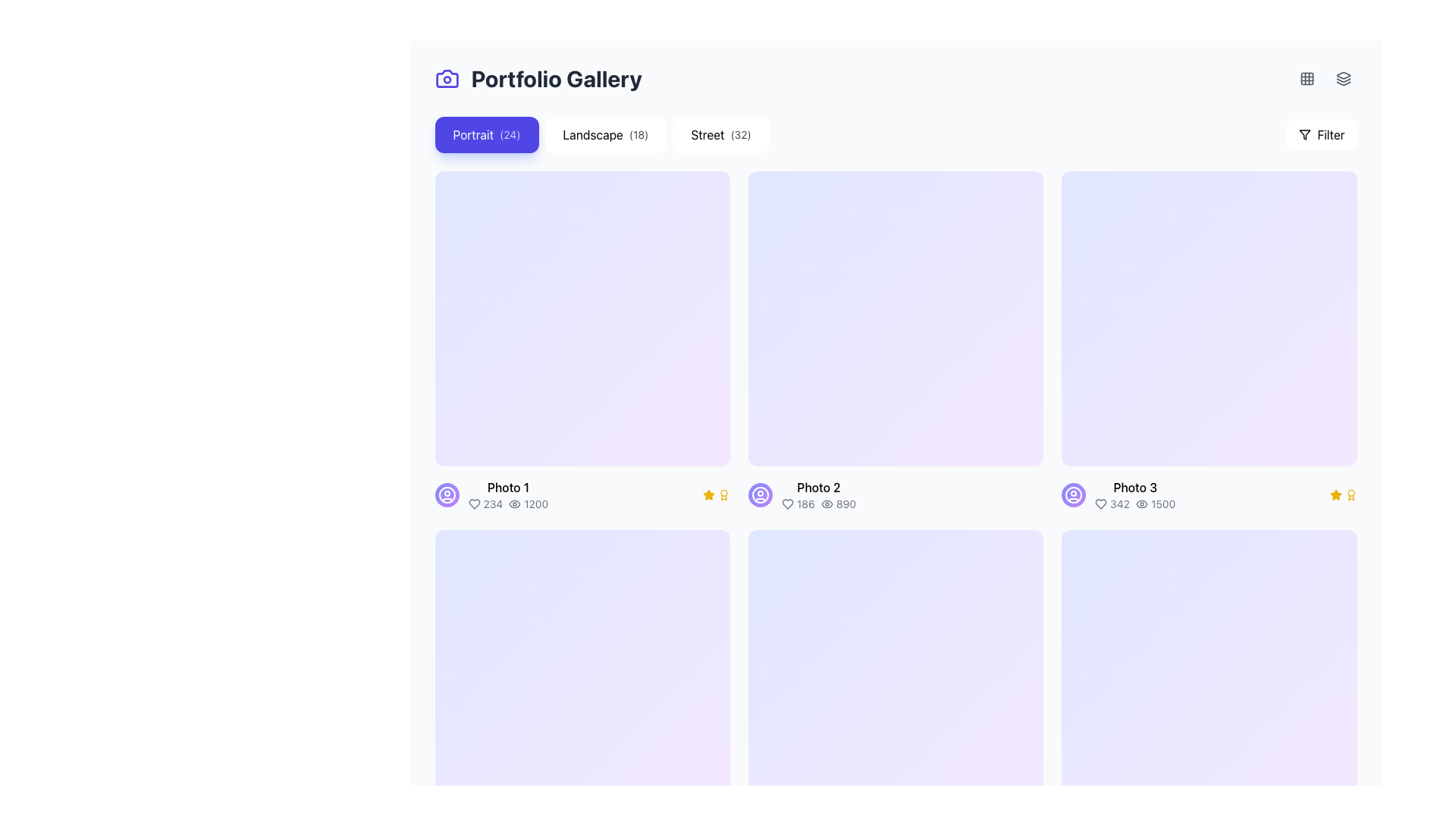 This screenshot has width=1456, height=819. I want to click on the 'Portfolio Gallery' header that includes a purple camera icon and bold black text, located at the top-left section of the interface, so click(538, 79).